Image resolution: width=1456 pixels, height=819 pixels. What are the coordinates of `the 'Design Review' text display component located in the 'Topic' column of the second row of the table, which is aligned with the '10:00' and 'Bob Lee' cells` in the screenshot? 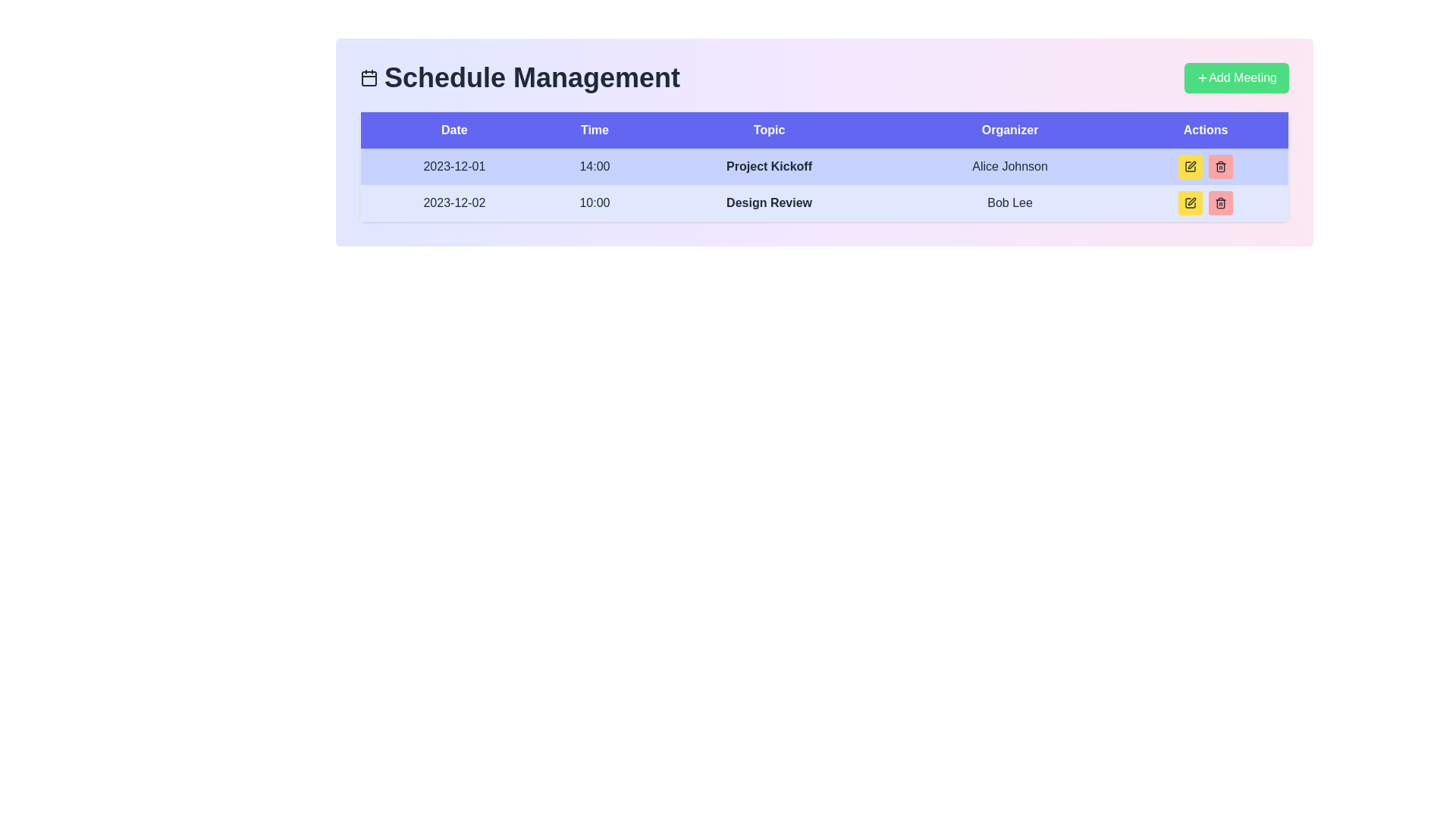 It's located at (769, 202).